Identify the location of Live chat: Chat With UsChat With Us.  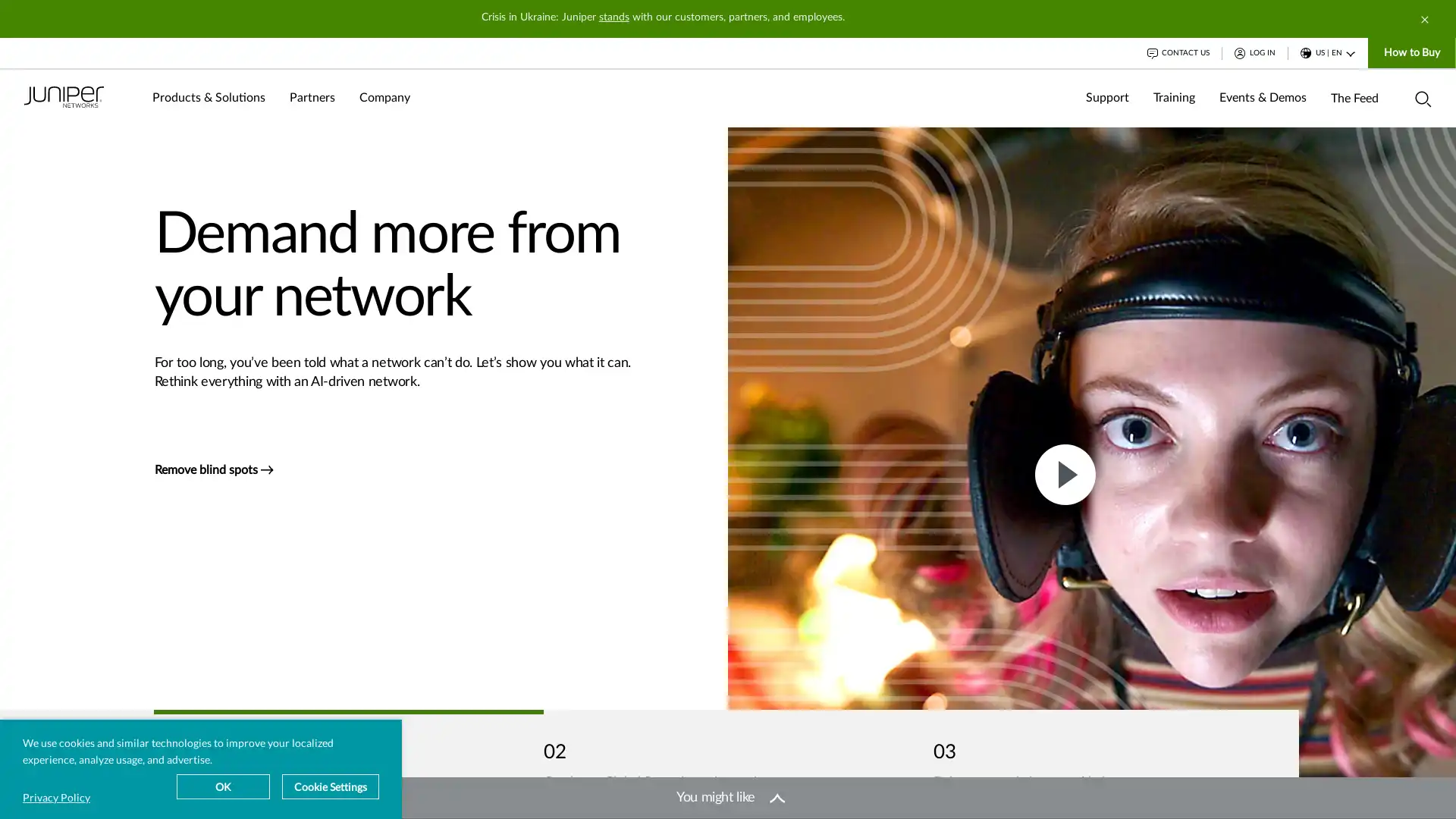
(1355, 789).